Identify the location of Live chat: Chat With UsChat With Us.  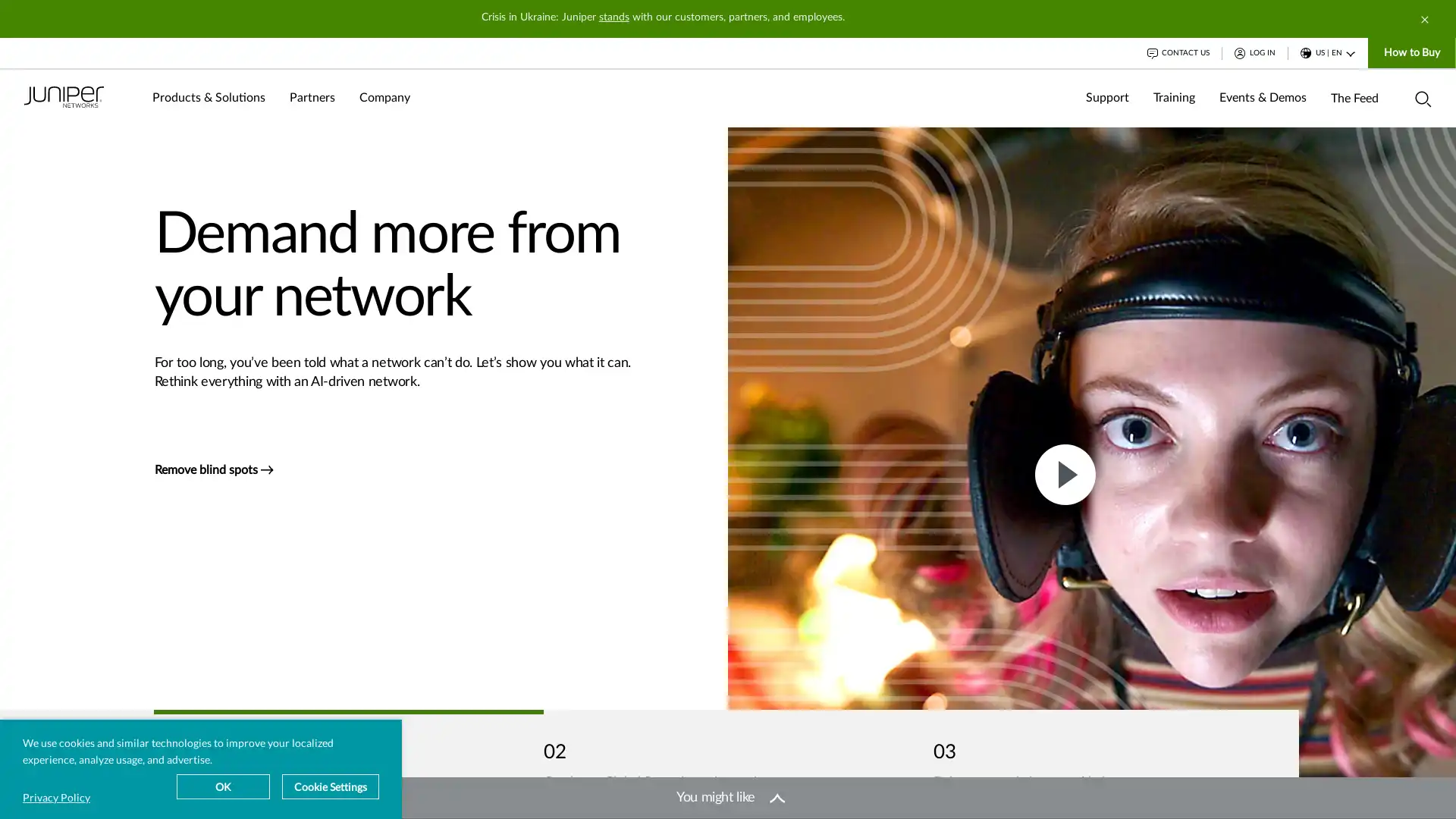
(1355, 789).